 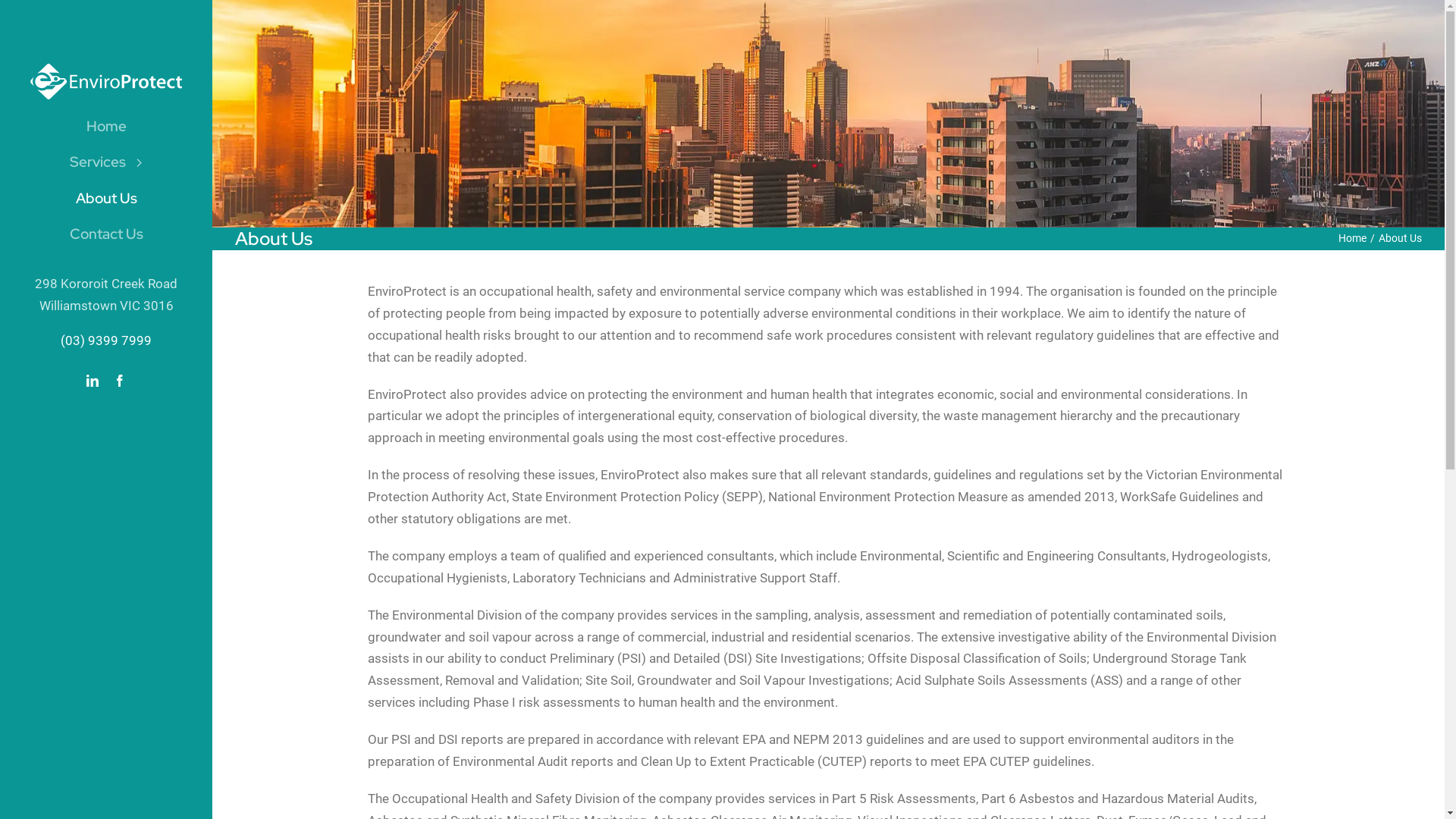 I want to click on 'About Us', so click(x=105, y=198).